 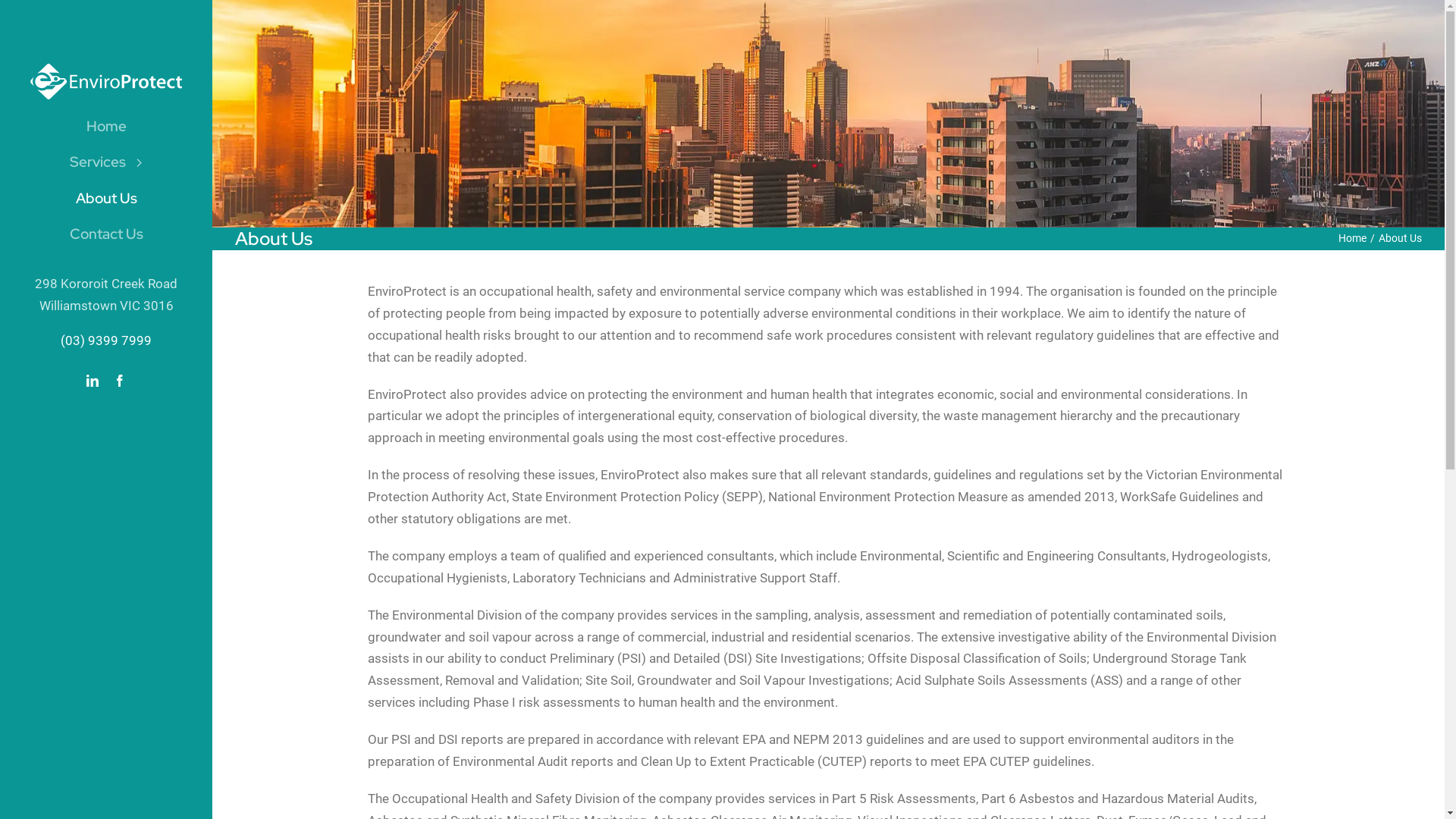 I want to click on 'About Us', so click(x=105, y=198).